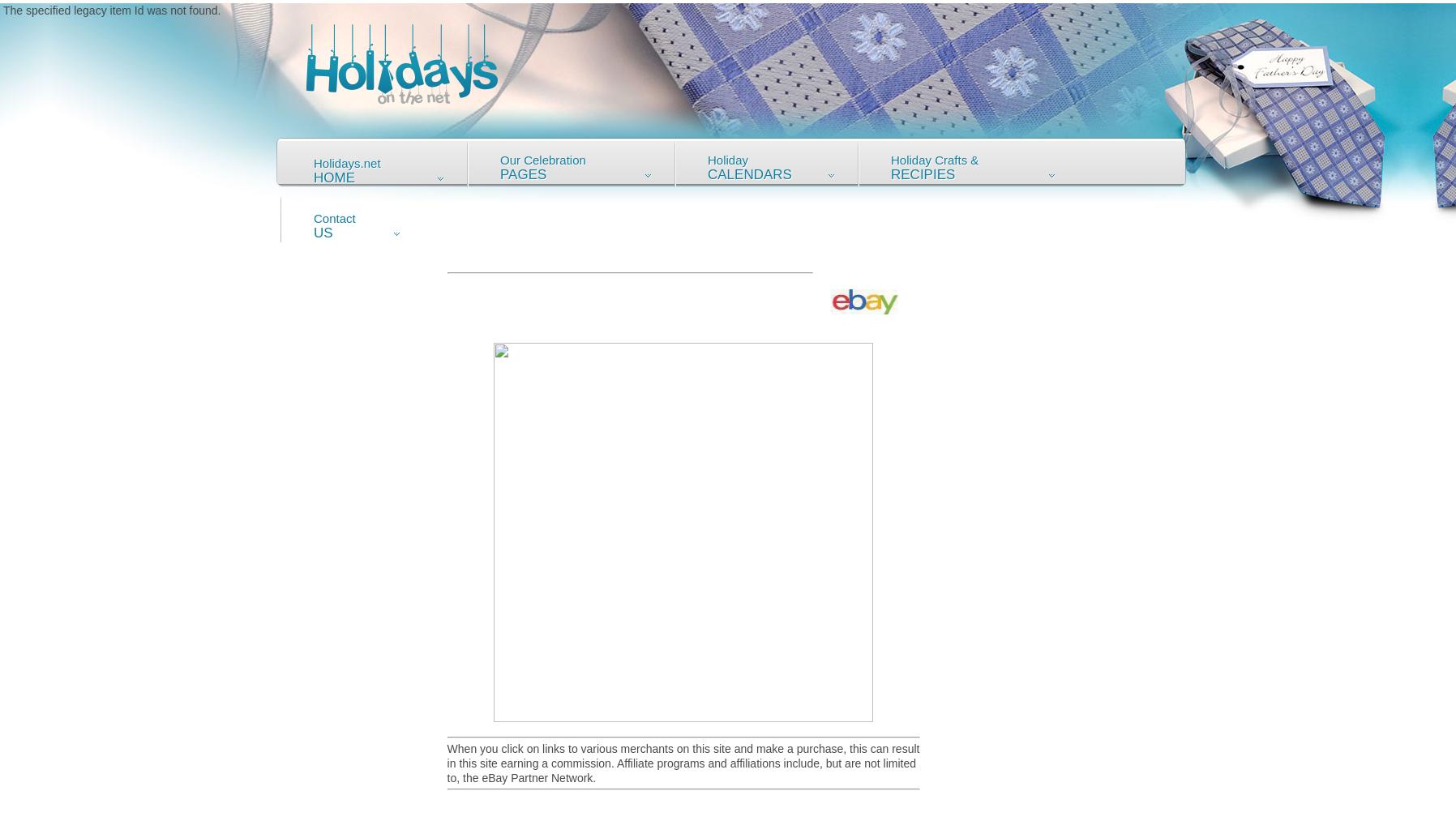 This screenshot has height=821, width=1456. Describe the element at coordinates (323, 232) in the screenshot. I see `'Us'` at that location.